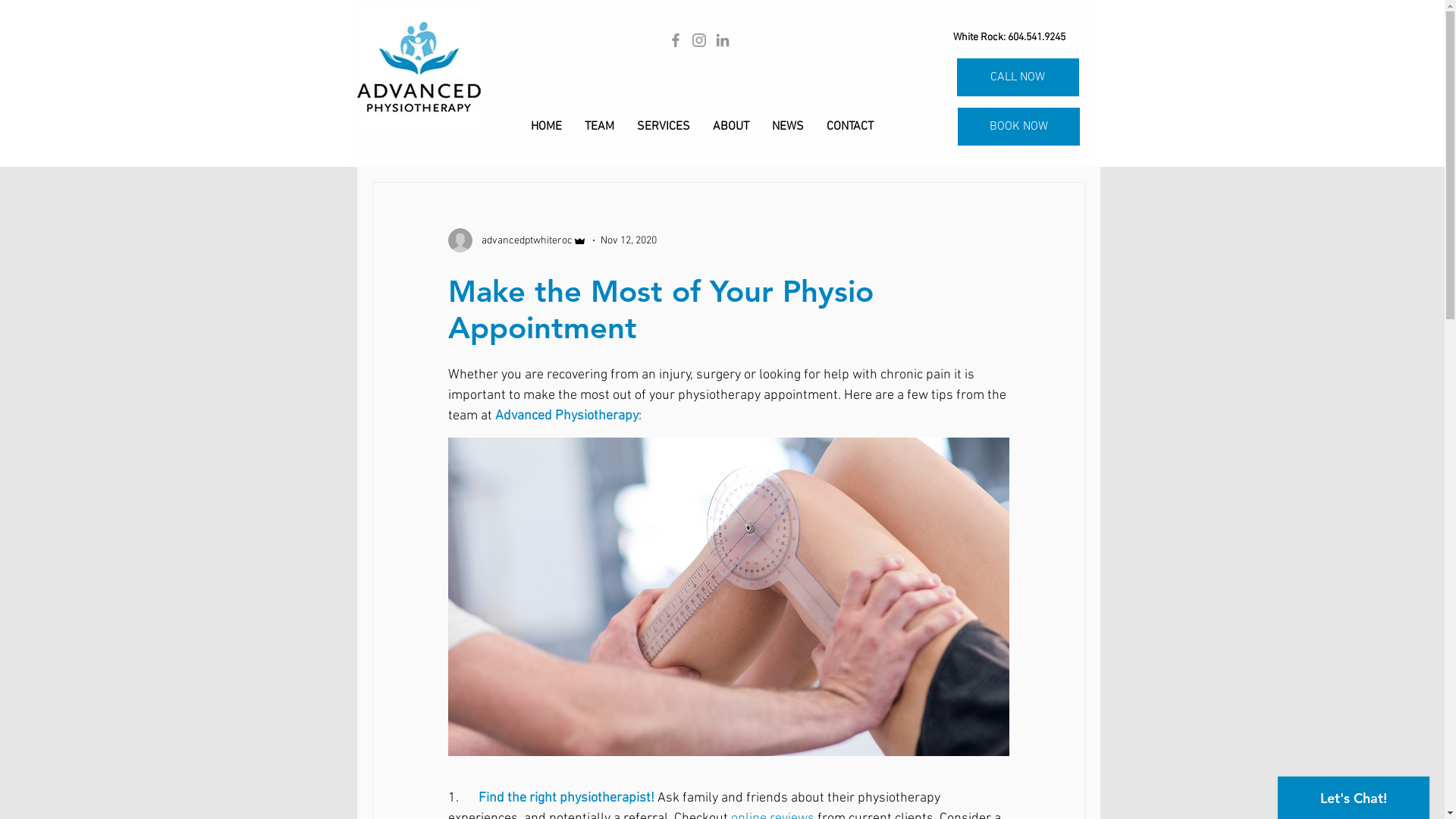 The image size is (1456, 819). Describe the element at coordinates (1018, 77) in the screenshot. I see `'CALL NOW'` at that location.